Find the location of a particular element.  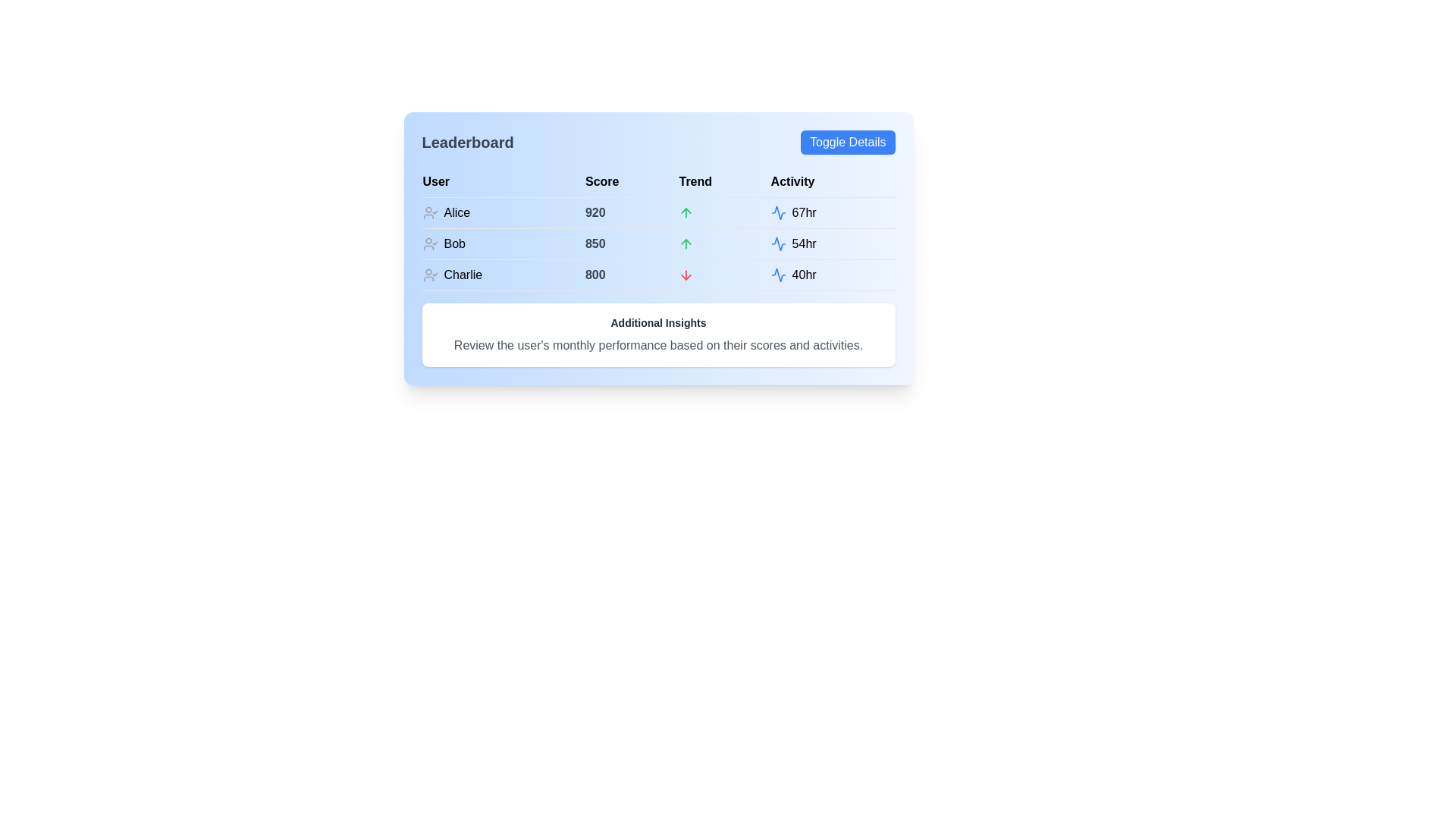

the 'Activity' metric icon for user 'Bob' in the leaderboard table, which is located to the left of the number '54hr' is located at coordinates (778, 243).